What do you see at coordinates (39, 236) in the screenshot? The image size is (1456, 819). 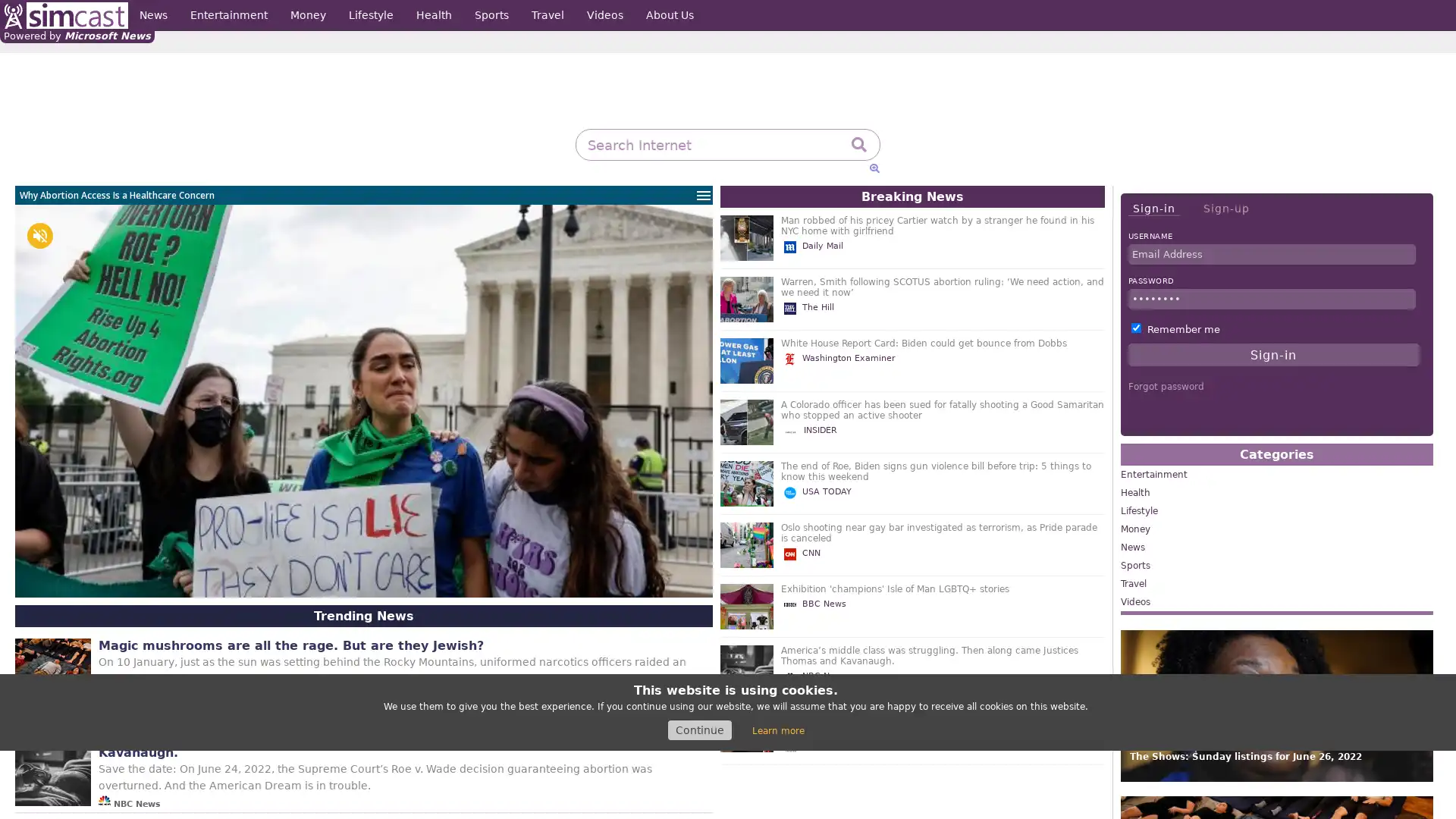 I see `volume_offvolume_up` at bounding box center [39, 236].